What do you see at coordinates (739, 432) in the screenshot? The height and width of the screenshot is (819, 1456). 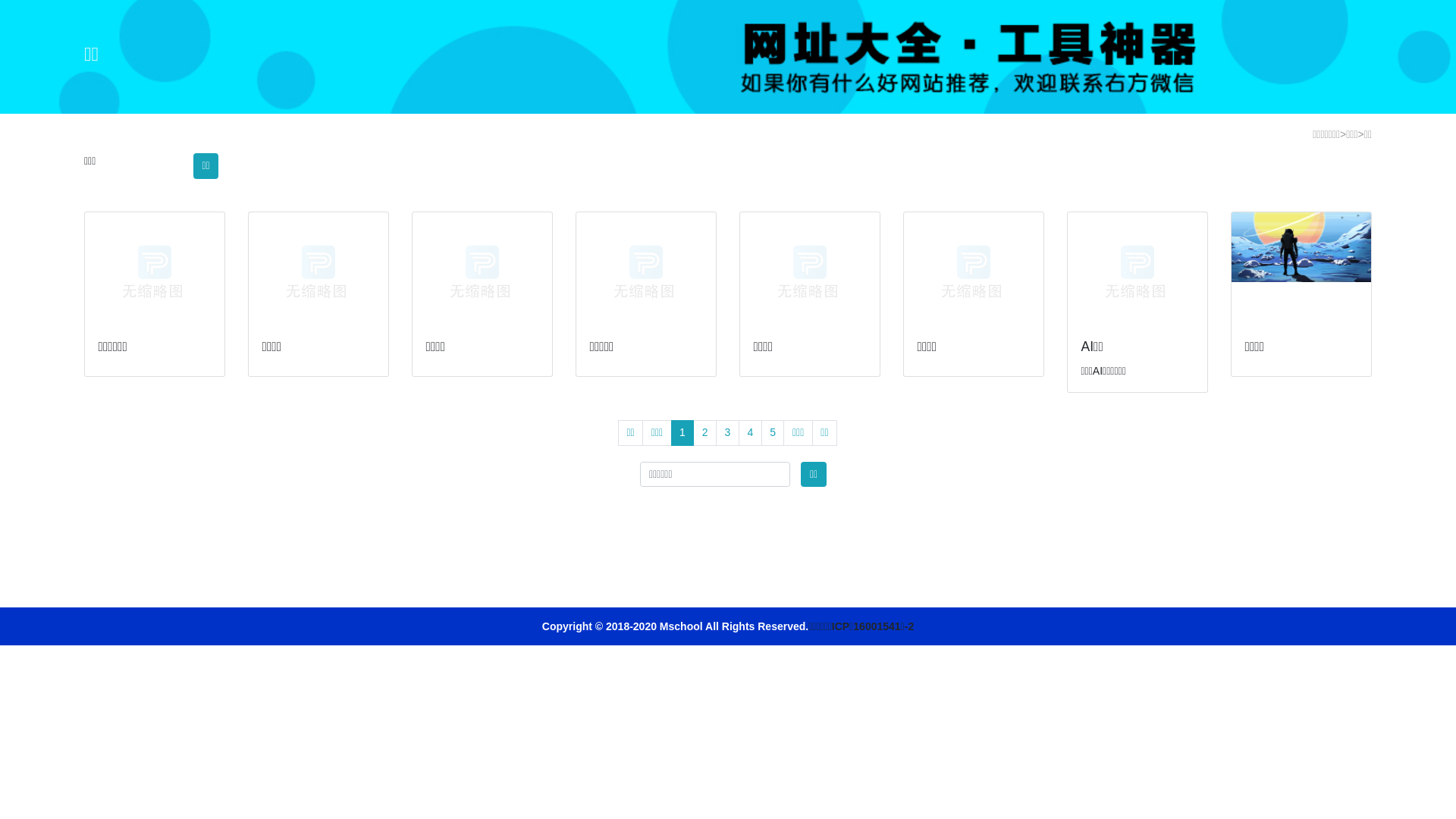 I see `'4'` at bounding box center [739, 432].